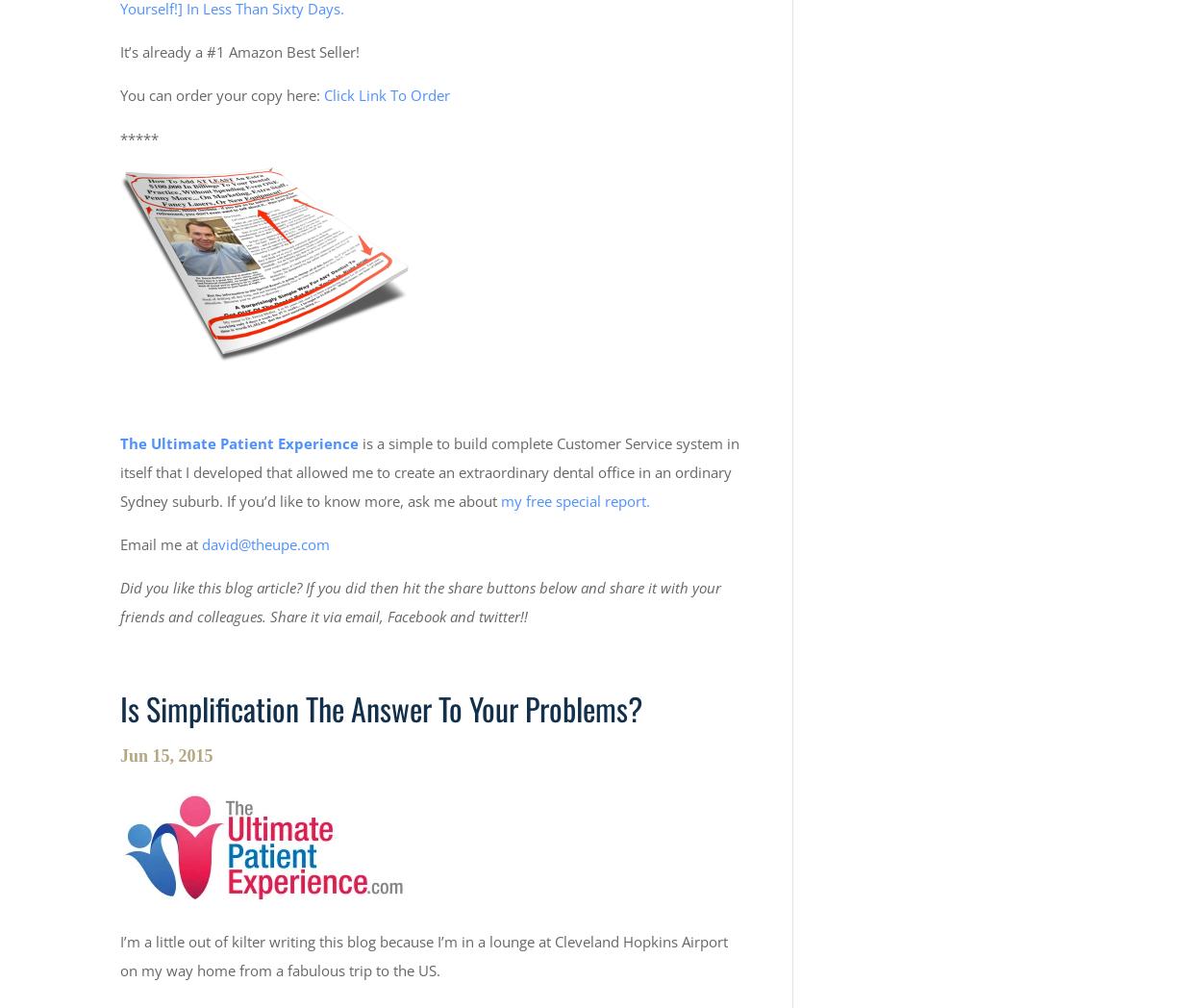 The image size is (1202, 1008). Describe the element at coordinates (221, 94) in the screenshot. I see `'You can order your copy here:'` at that location.